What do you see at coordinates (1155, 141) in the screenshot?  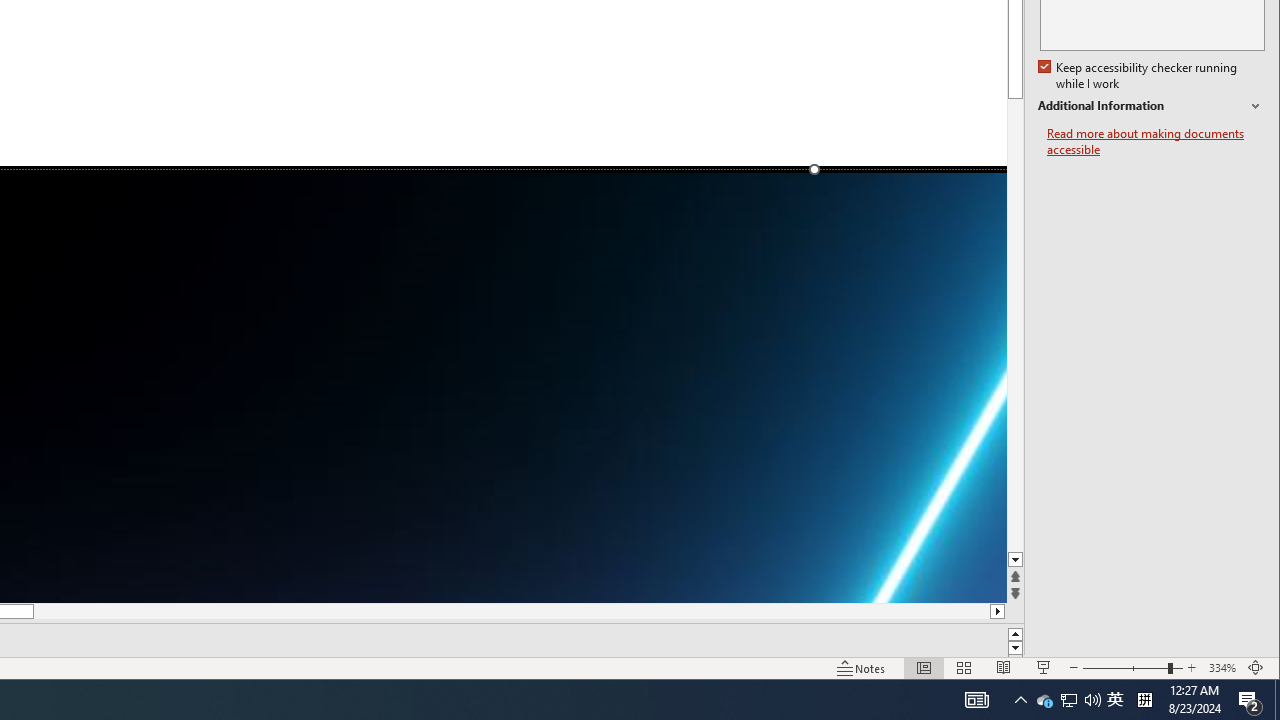 I see `'Read more about making documents accessible'` at bounding box center [1155, 141].